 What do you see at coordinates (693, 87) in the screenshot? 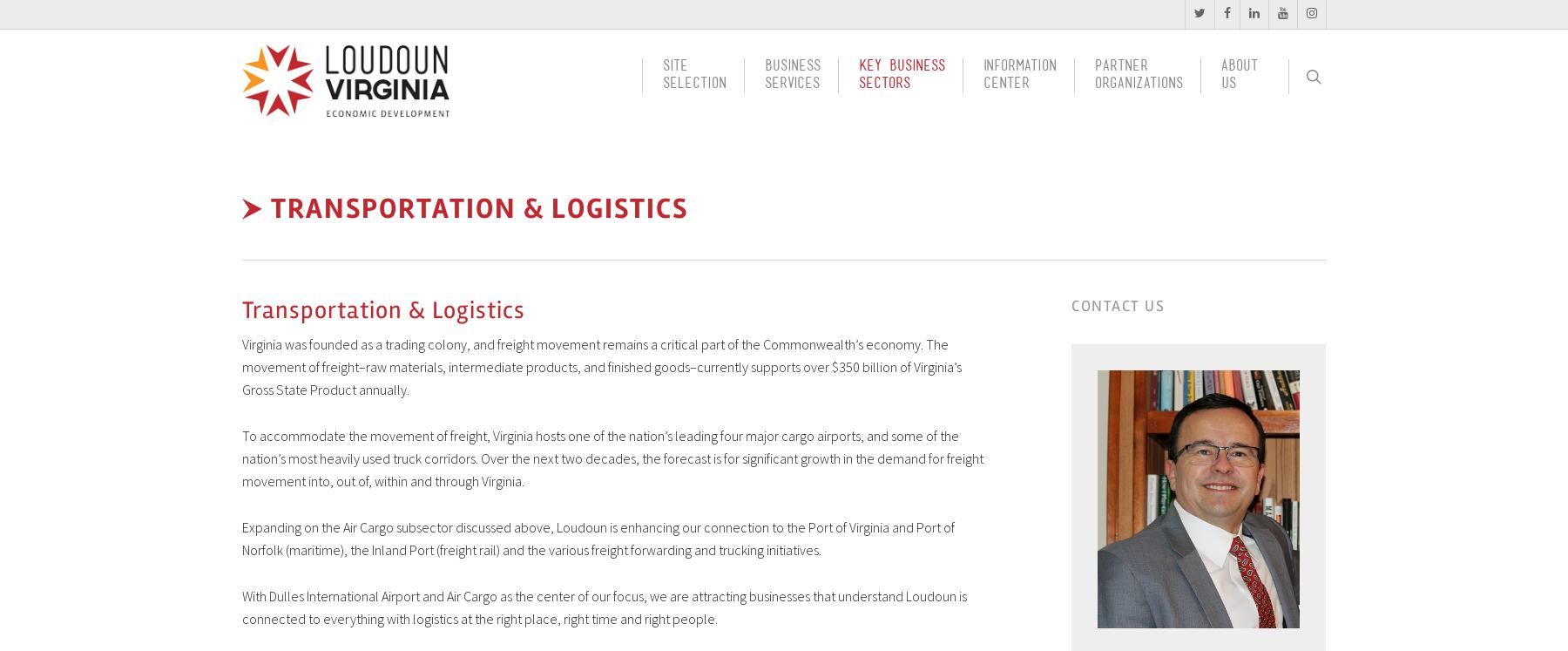
I see `'Selection'` at bounding box center [693, 87].